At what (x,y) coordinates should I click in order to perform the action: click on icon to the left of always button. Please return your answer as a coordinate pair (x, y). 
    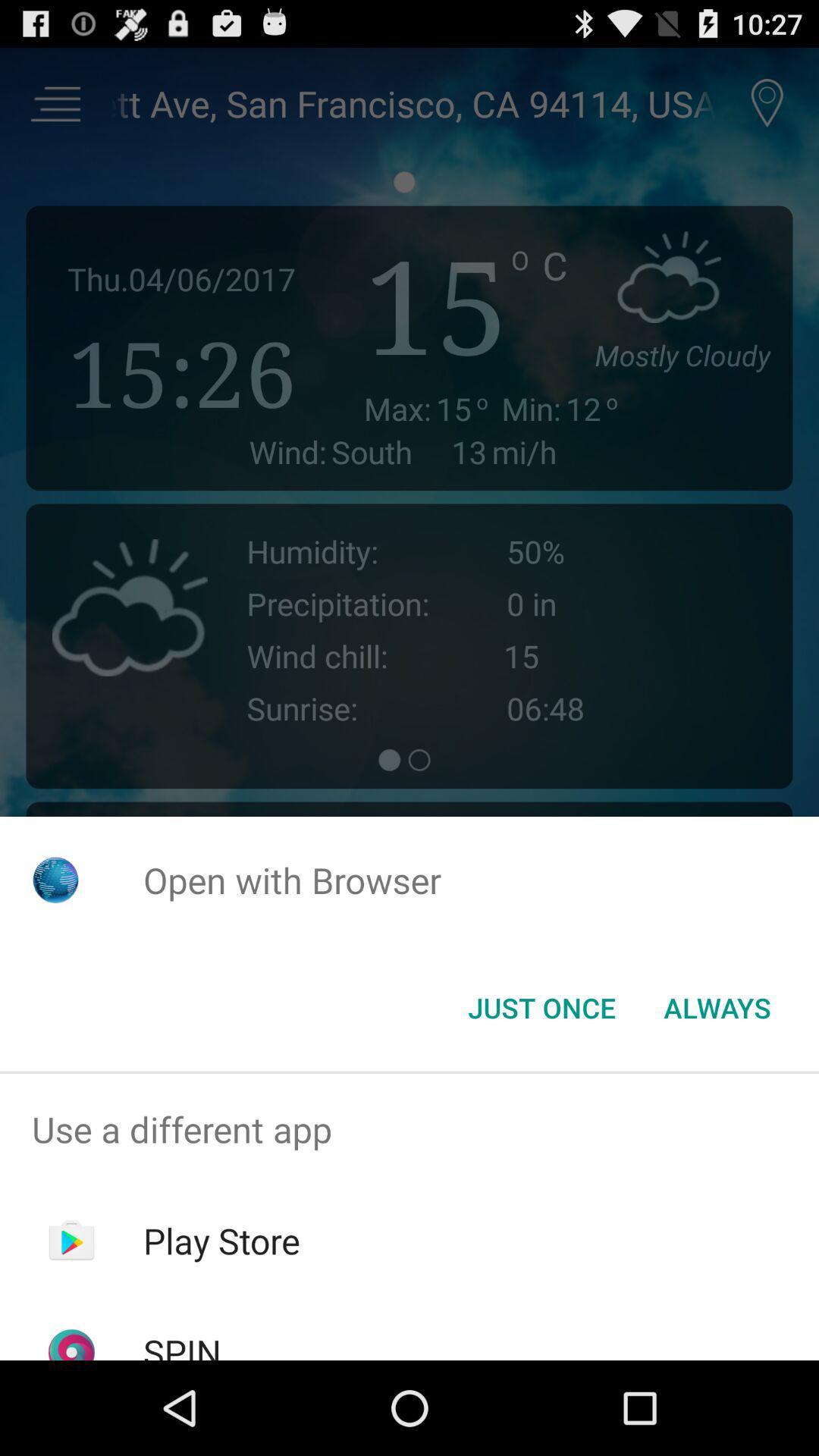
    Looking at the image, I should click on (541, 1008).